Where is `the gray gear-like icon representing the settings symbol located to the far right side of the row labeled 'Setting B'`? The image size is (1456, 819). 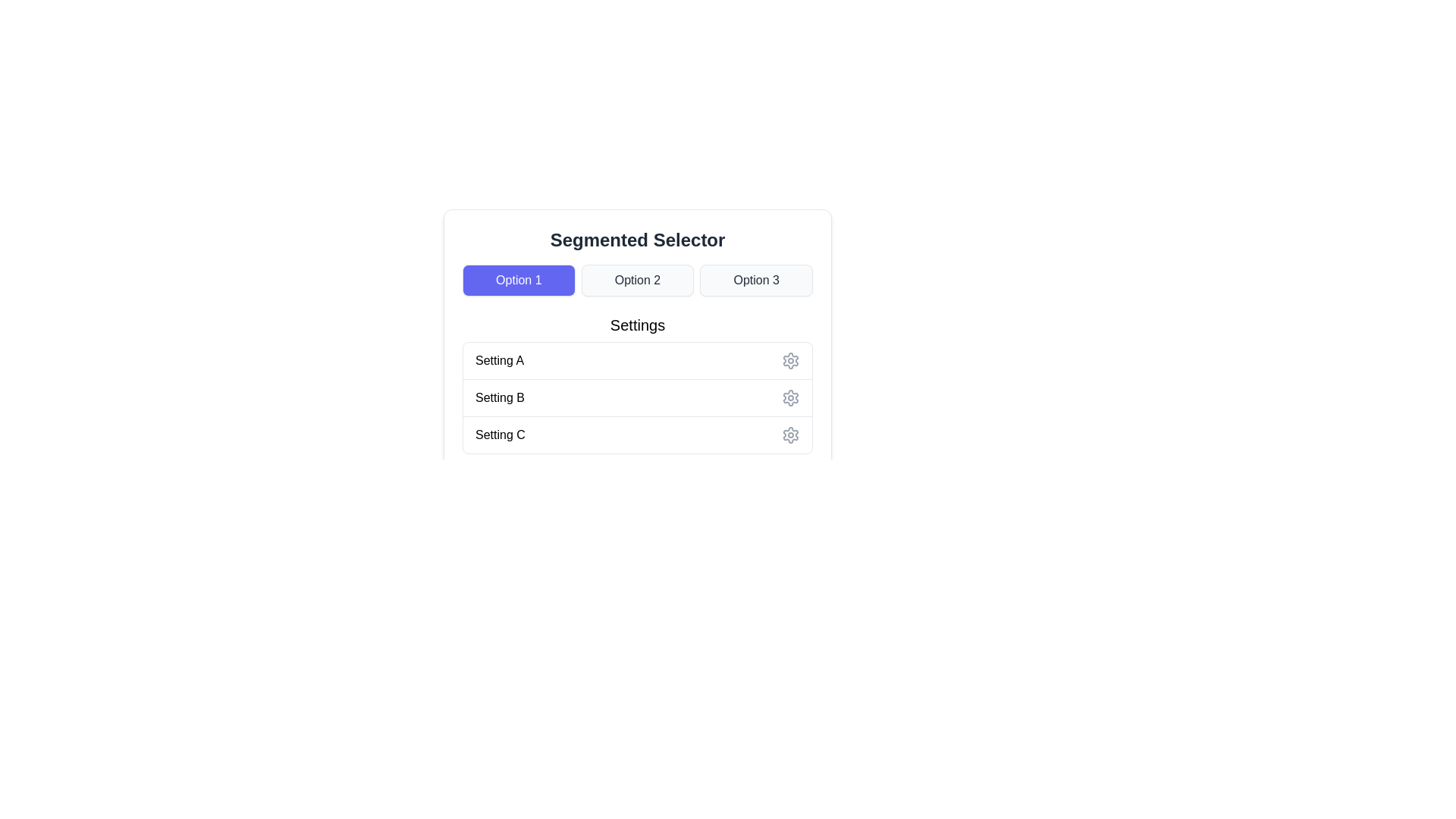 the gray gear-like icon representing the settings symbol located to the far right side of the row labeled 'Setting B' is located at coordinates (789, 397).